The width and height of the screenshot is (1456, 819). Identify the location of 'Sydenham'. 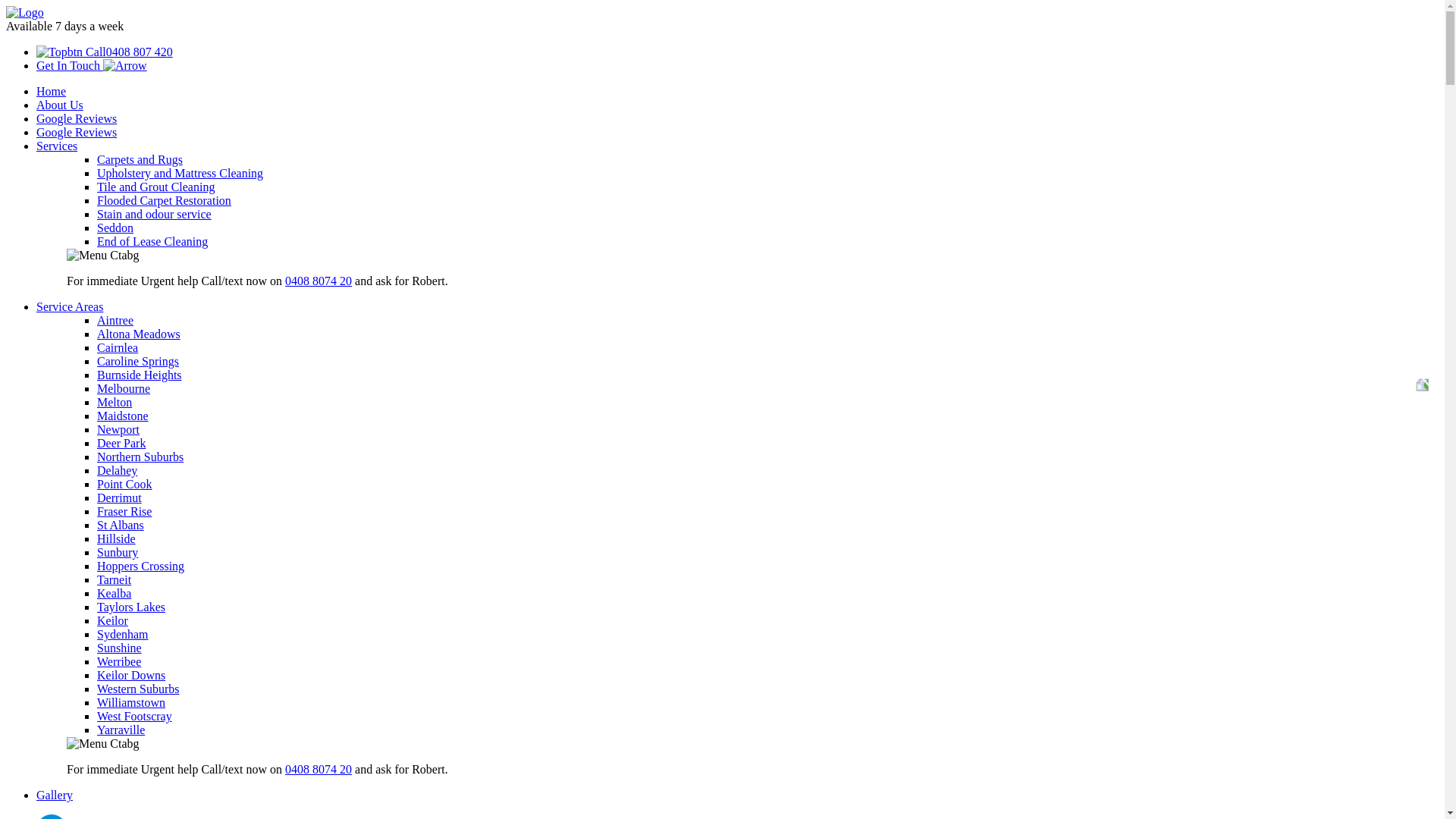
(96, 634).